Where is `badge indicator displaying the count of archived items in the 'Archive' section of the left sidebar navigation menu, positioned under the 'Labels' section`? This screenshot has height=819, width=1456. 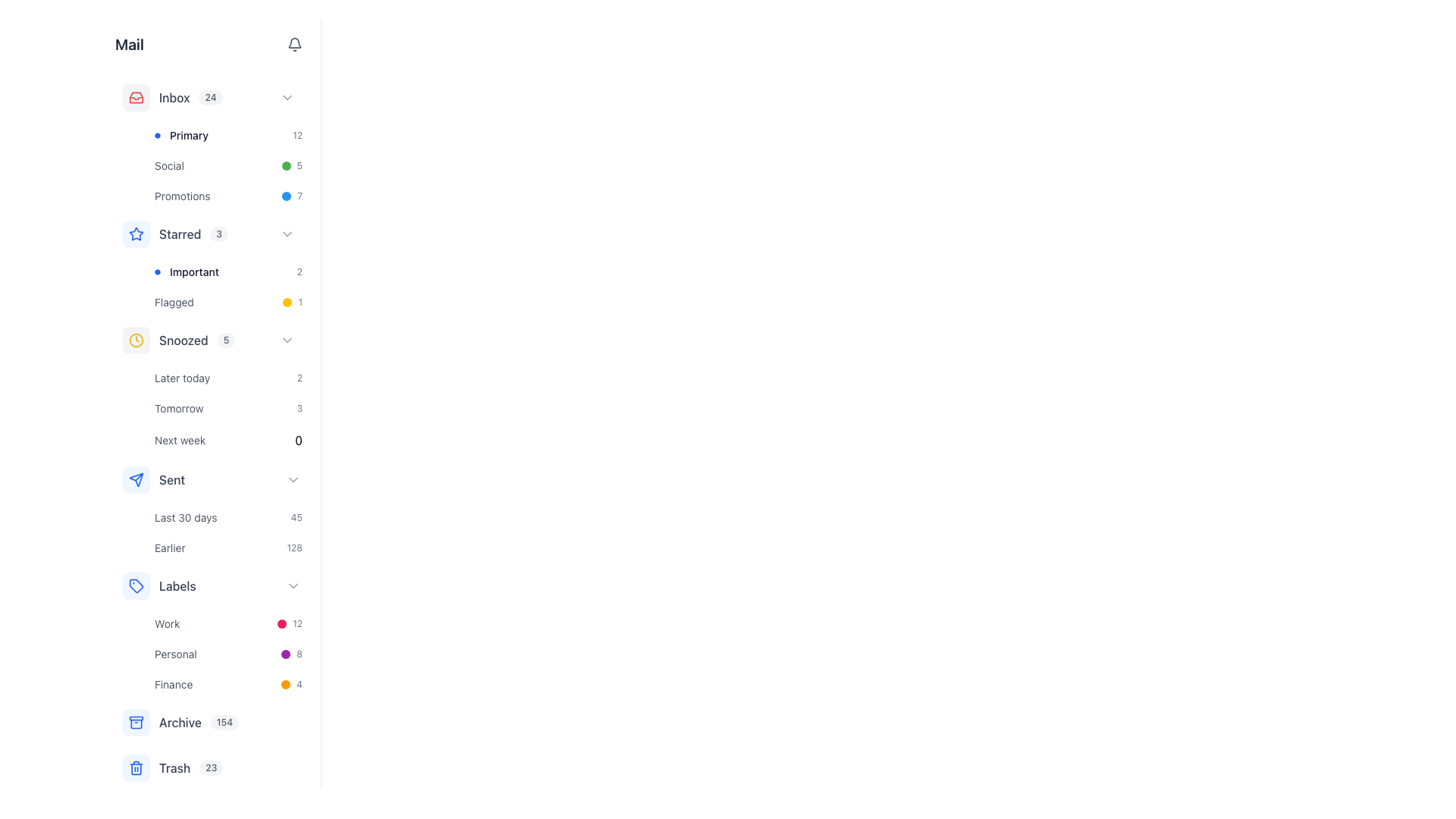 badge indicator displaying the count of archived items in the 'Archive' section of the left sidebar navigation menu, positioned under the 'Labels' section is located at coordinates (198, 721).